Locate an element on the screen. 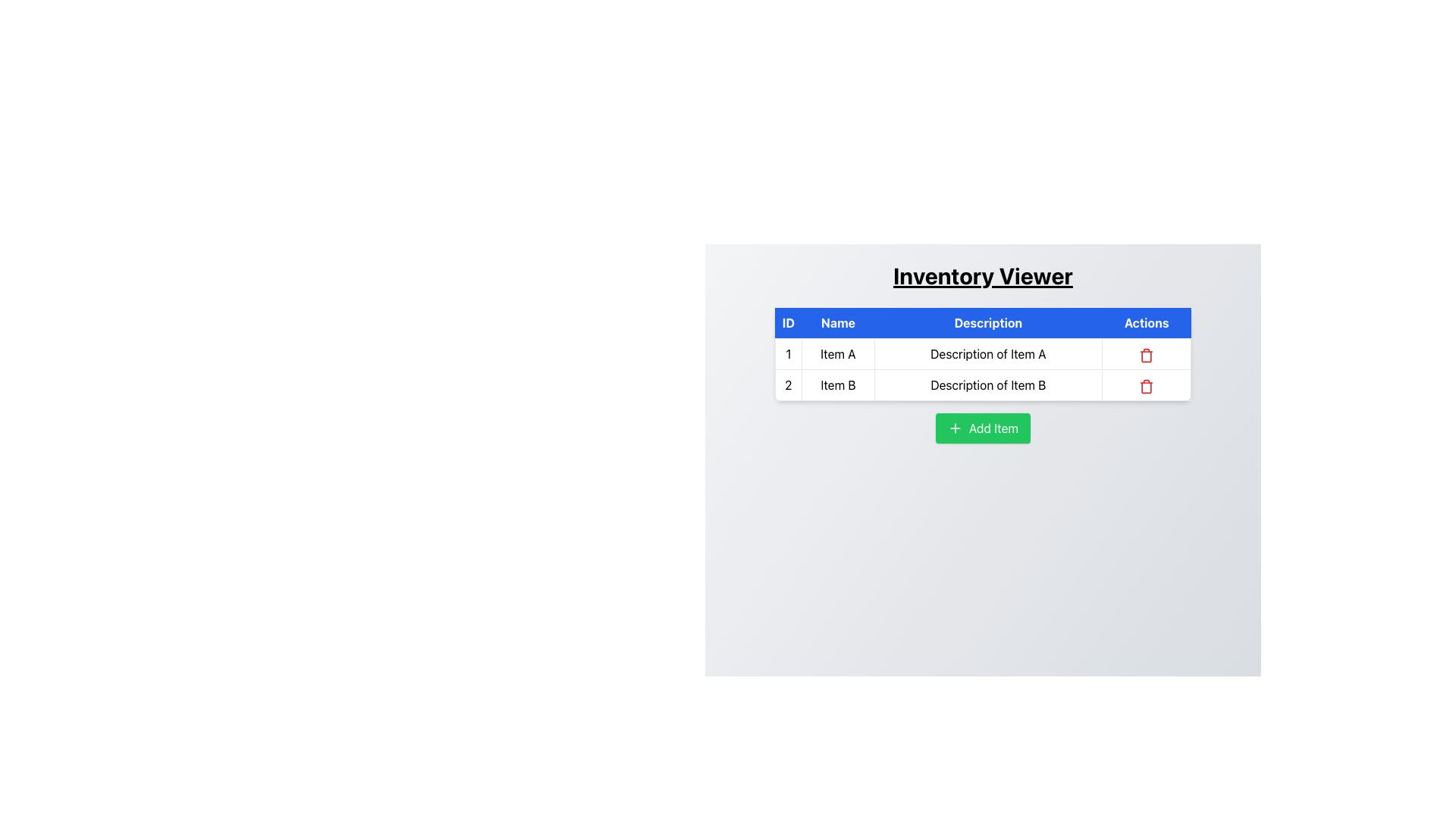  the delete button located in the second row of the 'Actions' column of the 'Inventory Viewer' table is located at coordinates (1147, 355).